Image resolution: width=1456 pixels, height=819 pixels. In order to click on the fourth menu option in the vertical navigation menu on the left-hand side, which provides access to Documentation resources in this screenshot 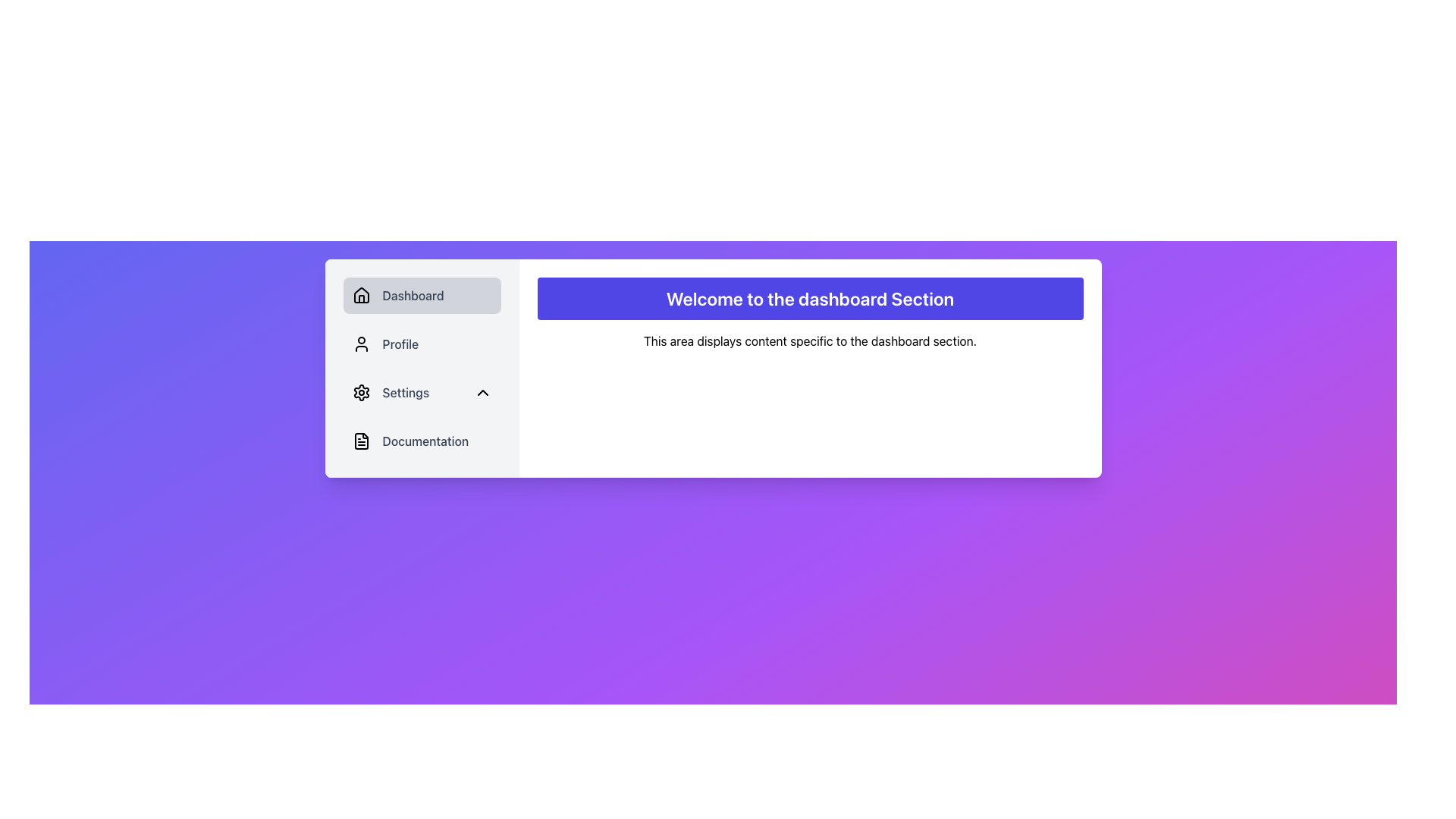, I will do `click(422, 441)`.